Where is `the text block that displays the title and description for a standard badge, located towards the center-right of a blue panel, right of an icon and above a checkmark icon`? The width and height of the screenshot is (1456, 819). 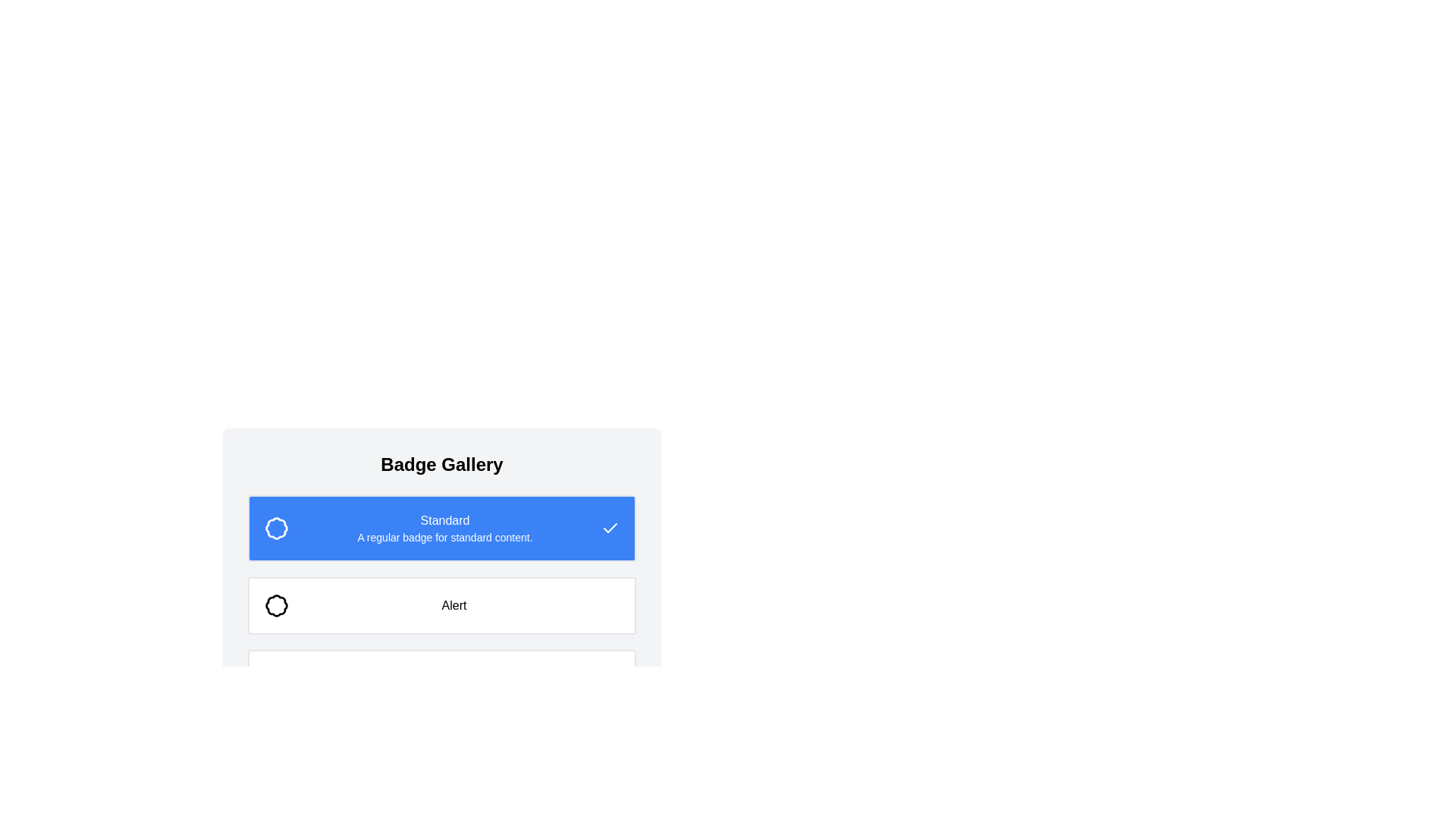 the text block that displays the title and description for a standard badge, located towards the center-right of a blue panel, right of an icon and above a checkmark icon is located at coordinates (444, 528).